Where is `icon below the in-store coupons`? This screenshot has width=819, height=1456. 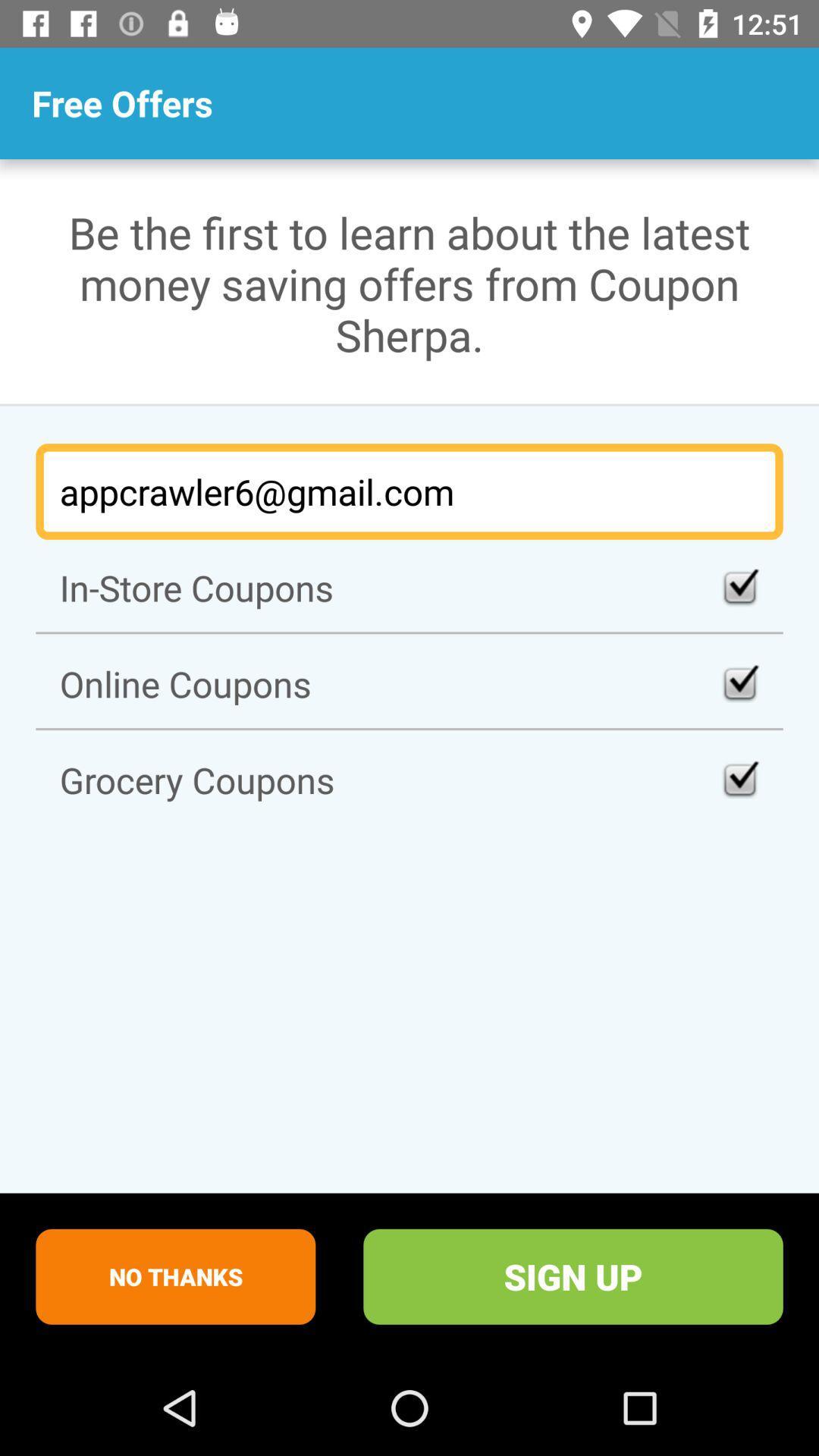 icon below the in-store coupons is located at coordinates (409, 682).